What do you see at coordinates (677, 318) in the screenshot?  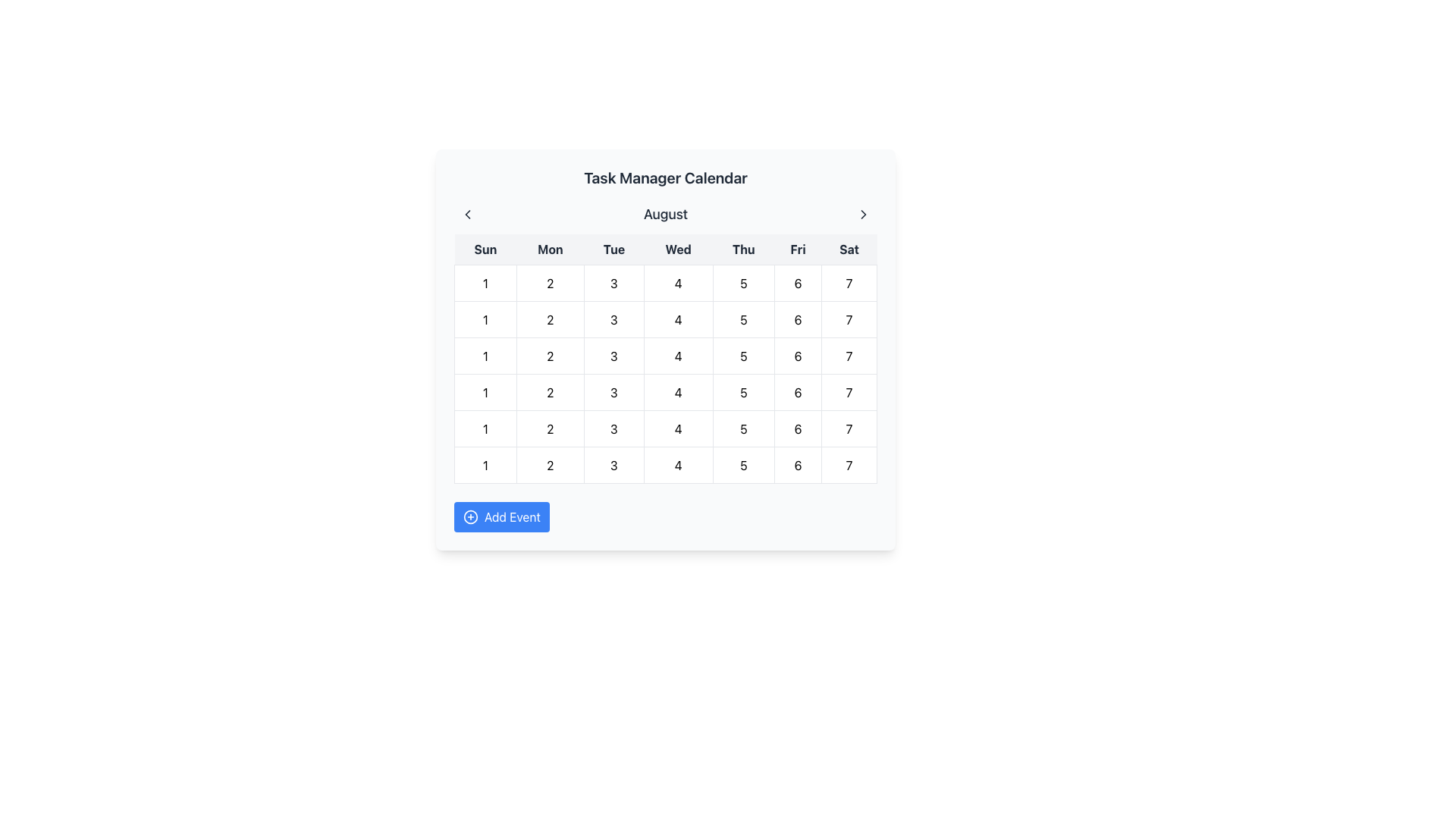 I see `the centered number '4' in the calendar grid under the 'Wed' header for August, located in the second row of the fourth column` at bounding box center [677, 318].